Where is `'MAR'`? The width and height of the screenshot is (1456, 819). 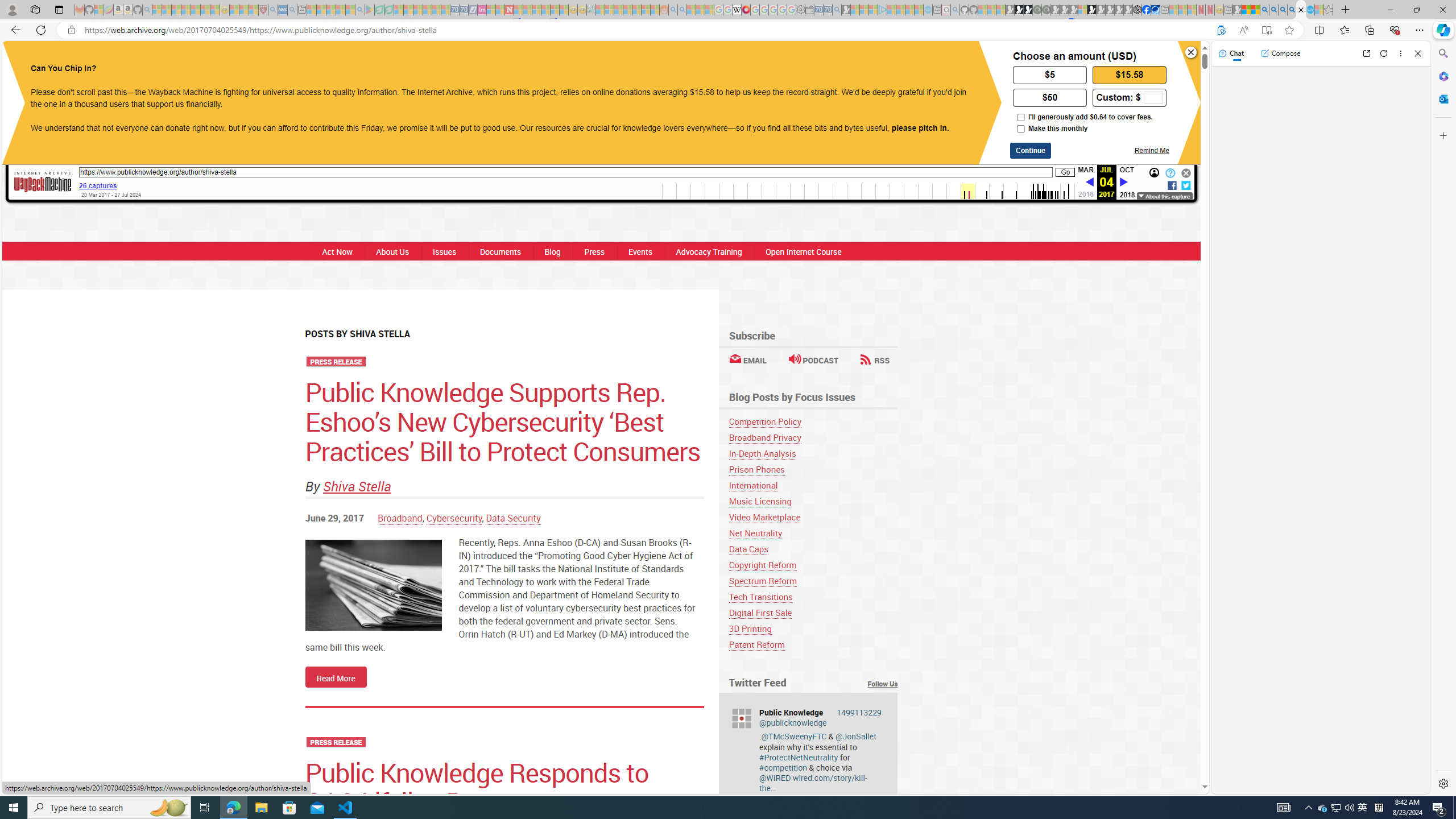 'MAR' is located at coordinates (1085, 169).